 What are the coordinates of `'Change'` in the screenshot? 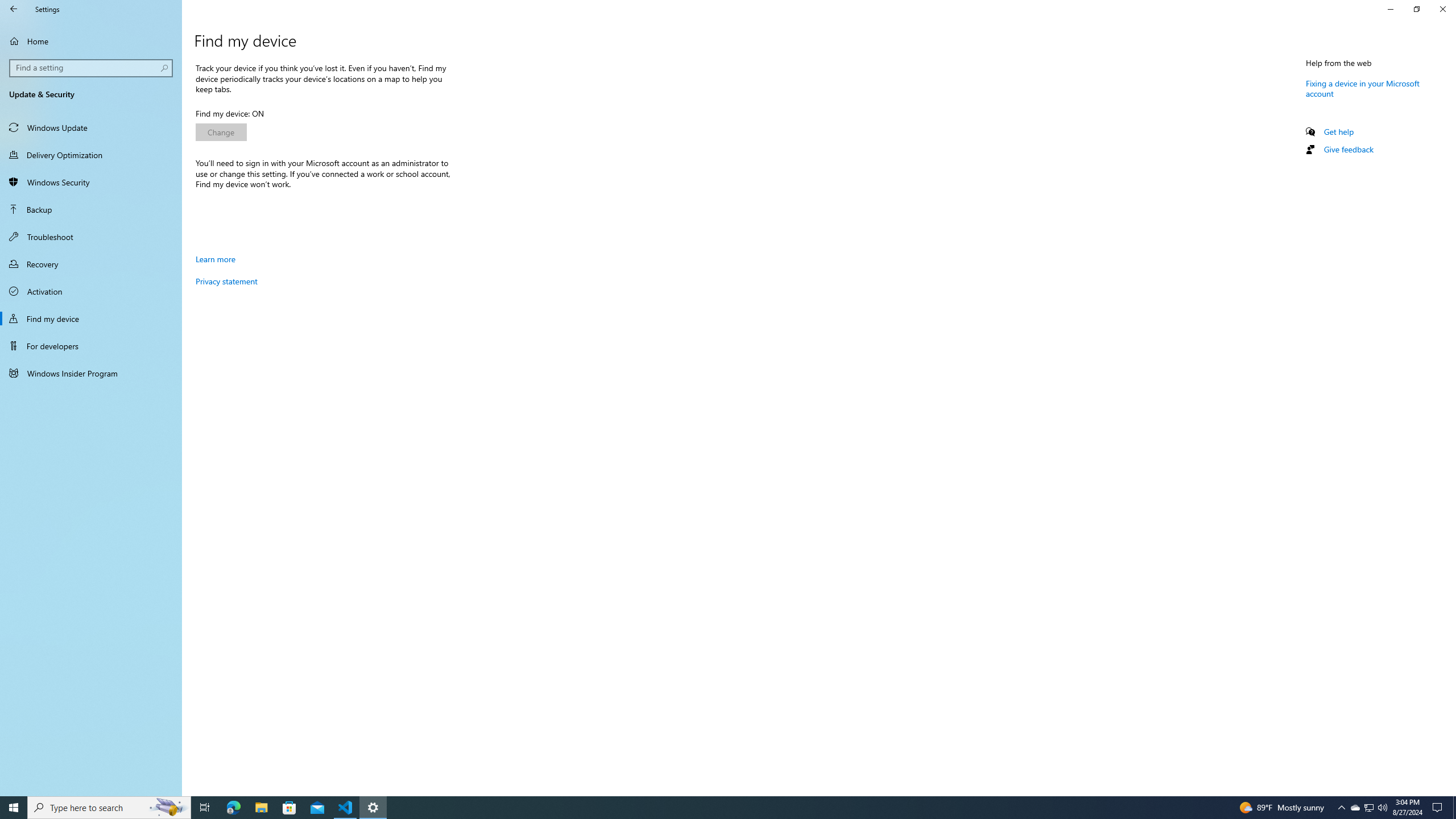 It's located at (221, 131).